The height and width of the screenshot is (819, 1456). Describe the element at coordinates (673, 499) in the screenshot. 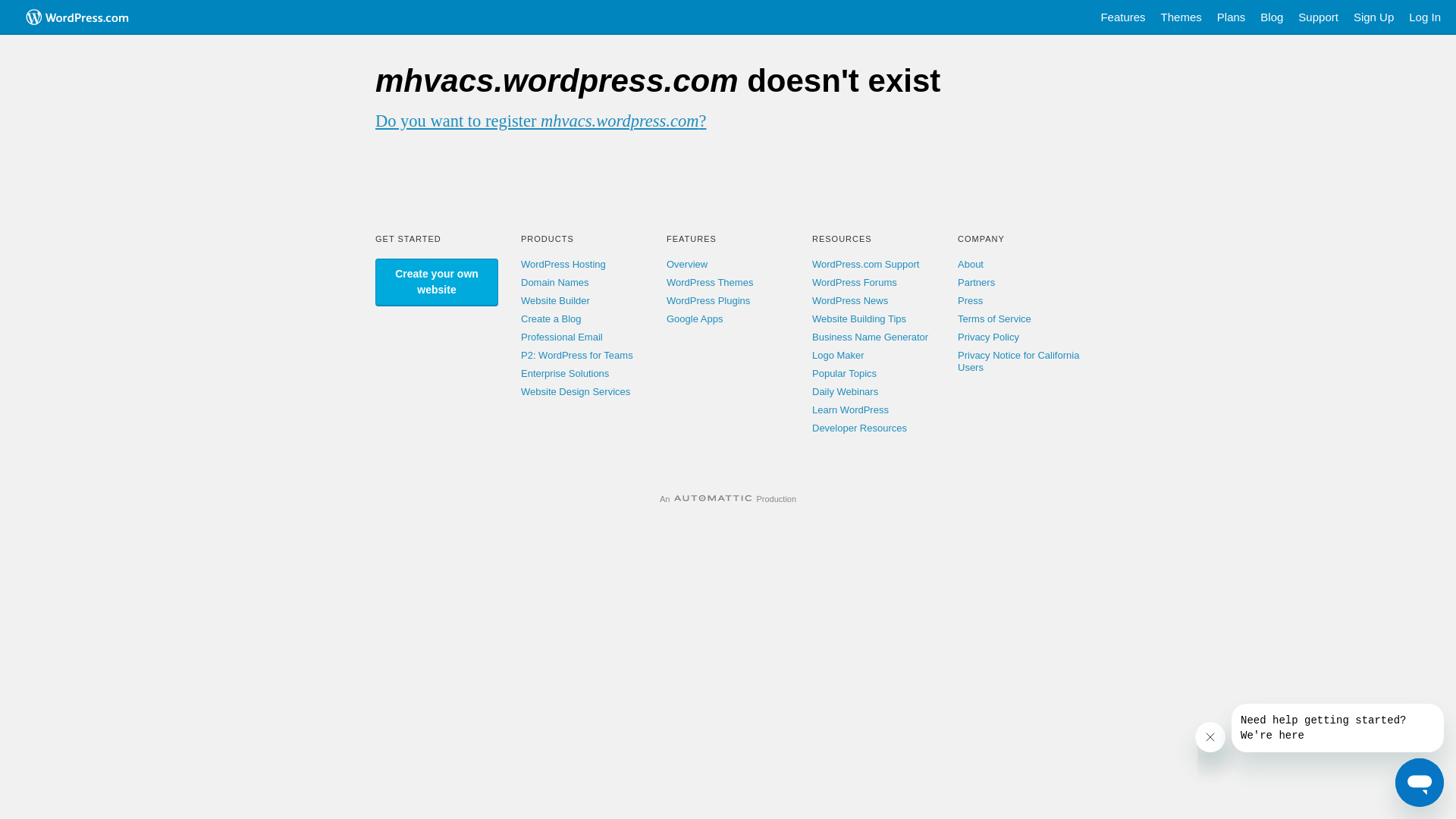

I see `'Automattic'` at that location.